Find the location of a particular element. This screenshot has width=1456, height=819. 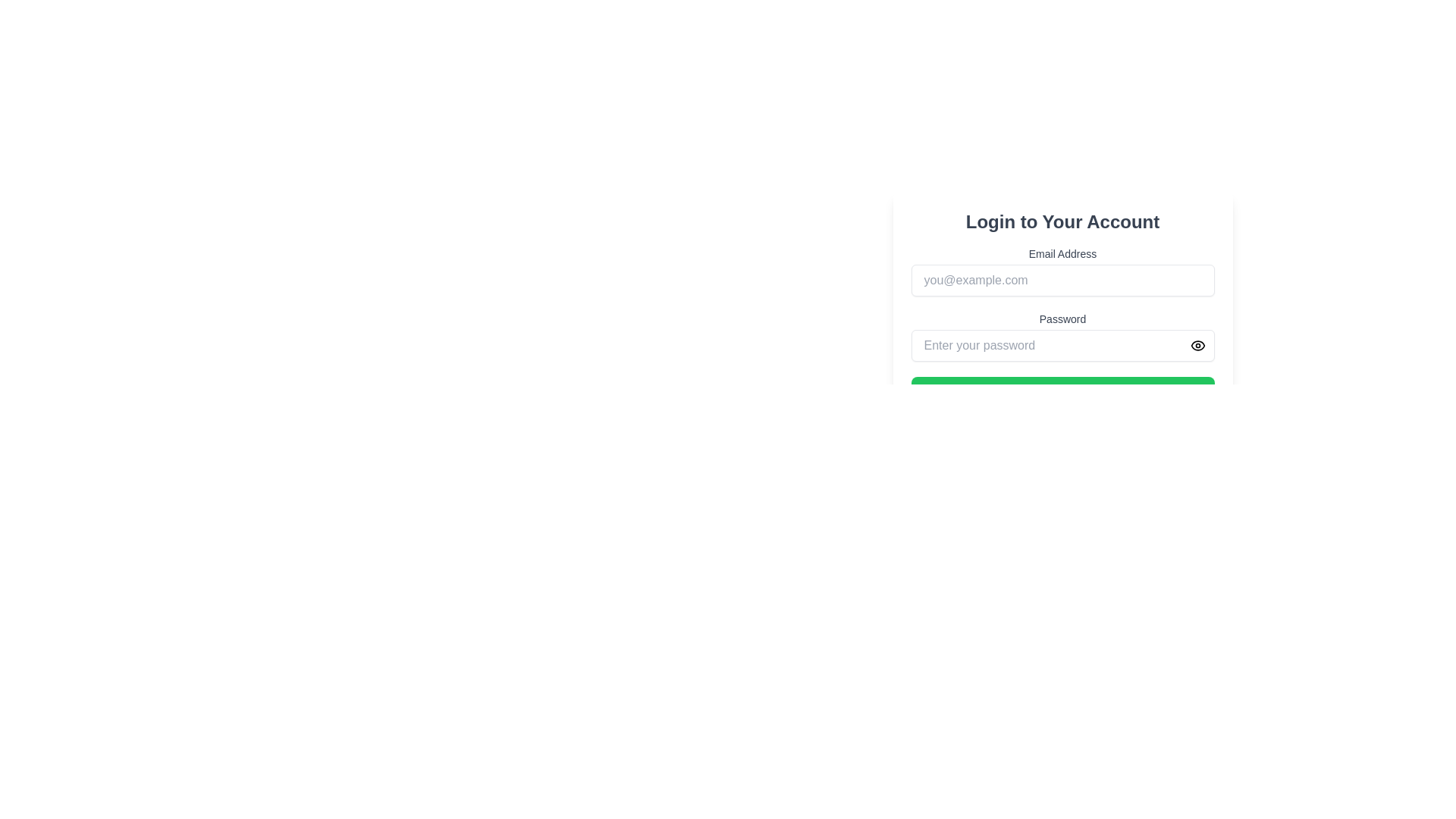

the eye icon used to toggle password visibility in the Password input field area, located at the right side of the input is located at coordinates (1197, 345).